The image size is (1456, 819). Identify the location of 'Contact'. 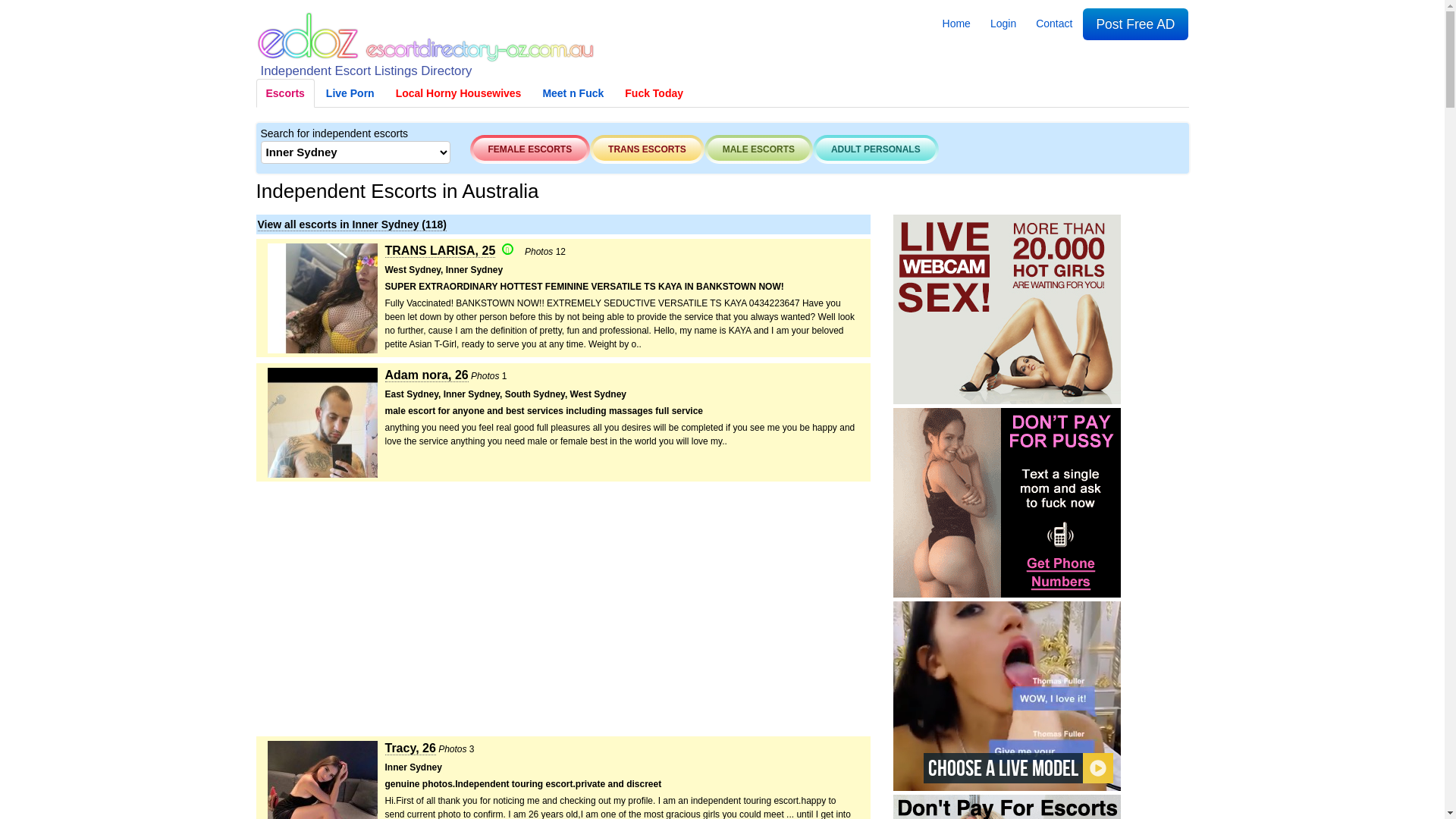
(1053, 23).